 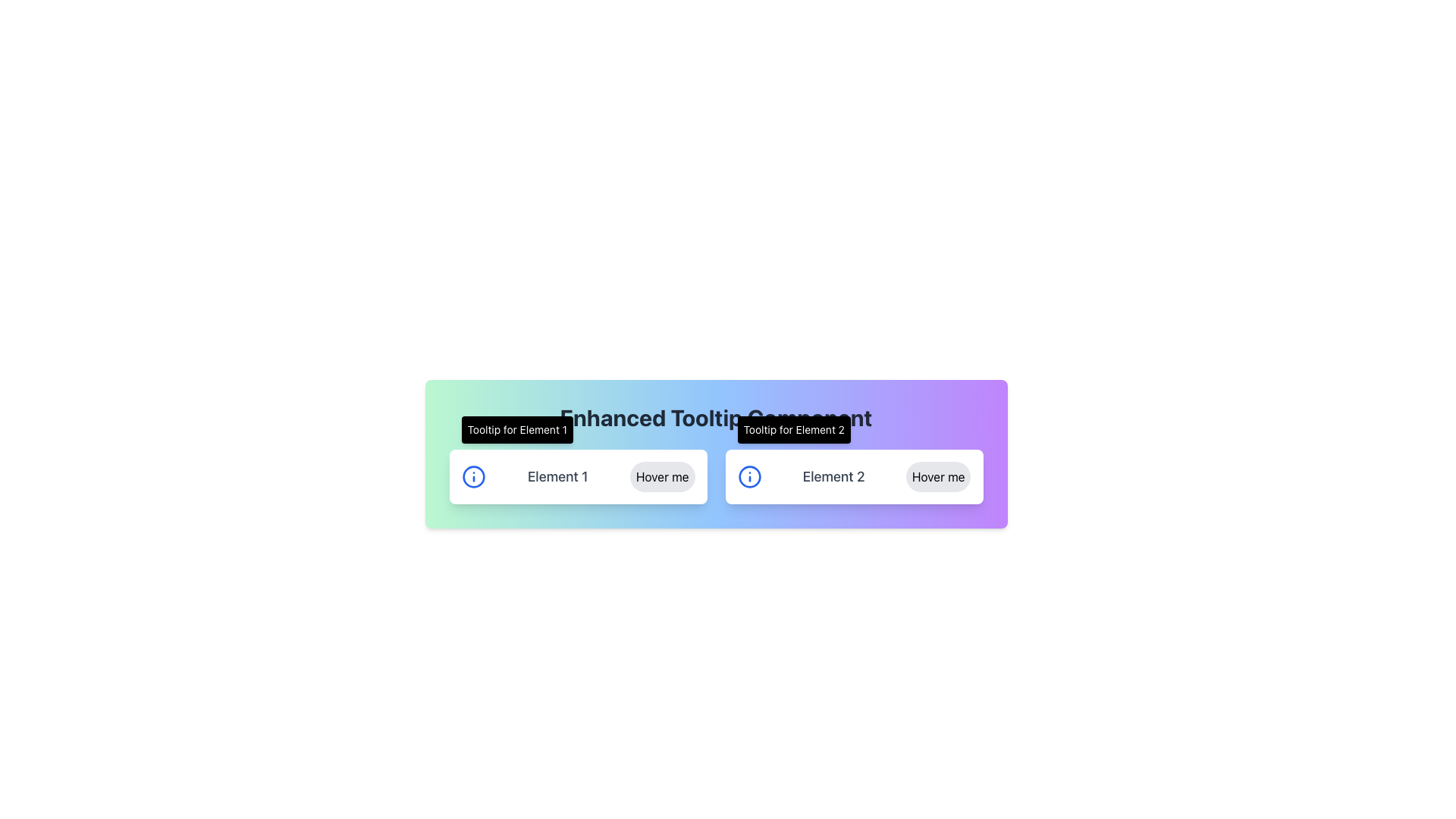 I want to click on the static text label that provides descriptive information, positioned centrally between the info icon and the 'Hover me' button, so click(x=557, y=475).